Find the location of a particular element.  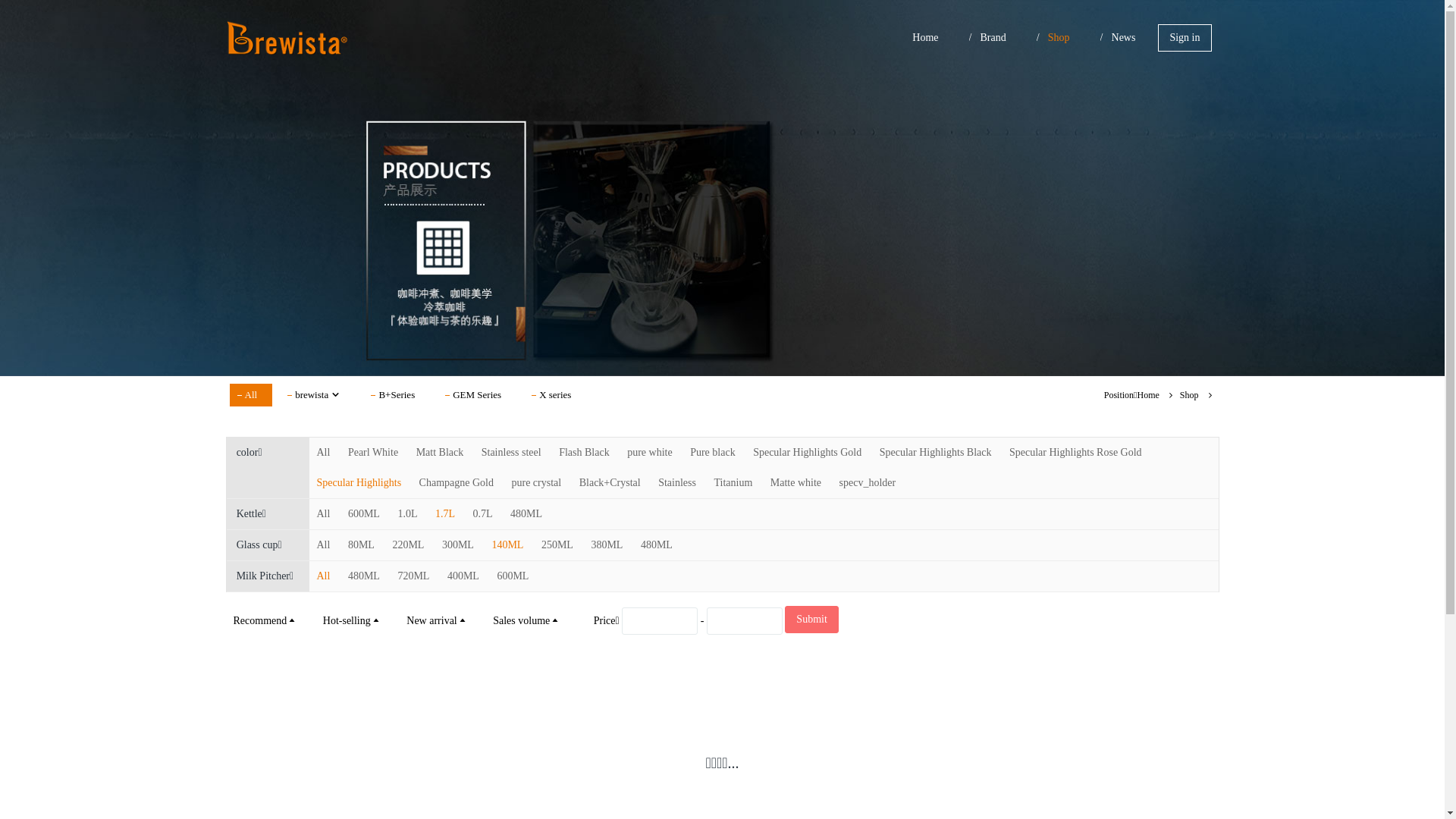

'New arrival' is located at coordinates (436, 620).